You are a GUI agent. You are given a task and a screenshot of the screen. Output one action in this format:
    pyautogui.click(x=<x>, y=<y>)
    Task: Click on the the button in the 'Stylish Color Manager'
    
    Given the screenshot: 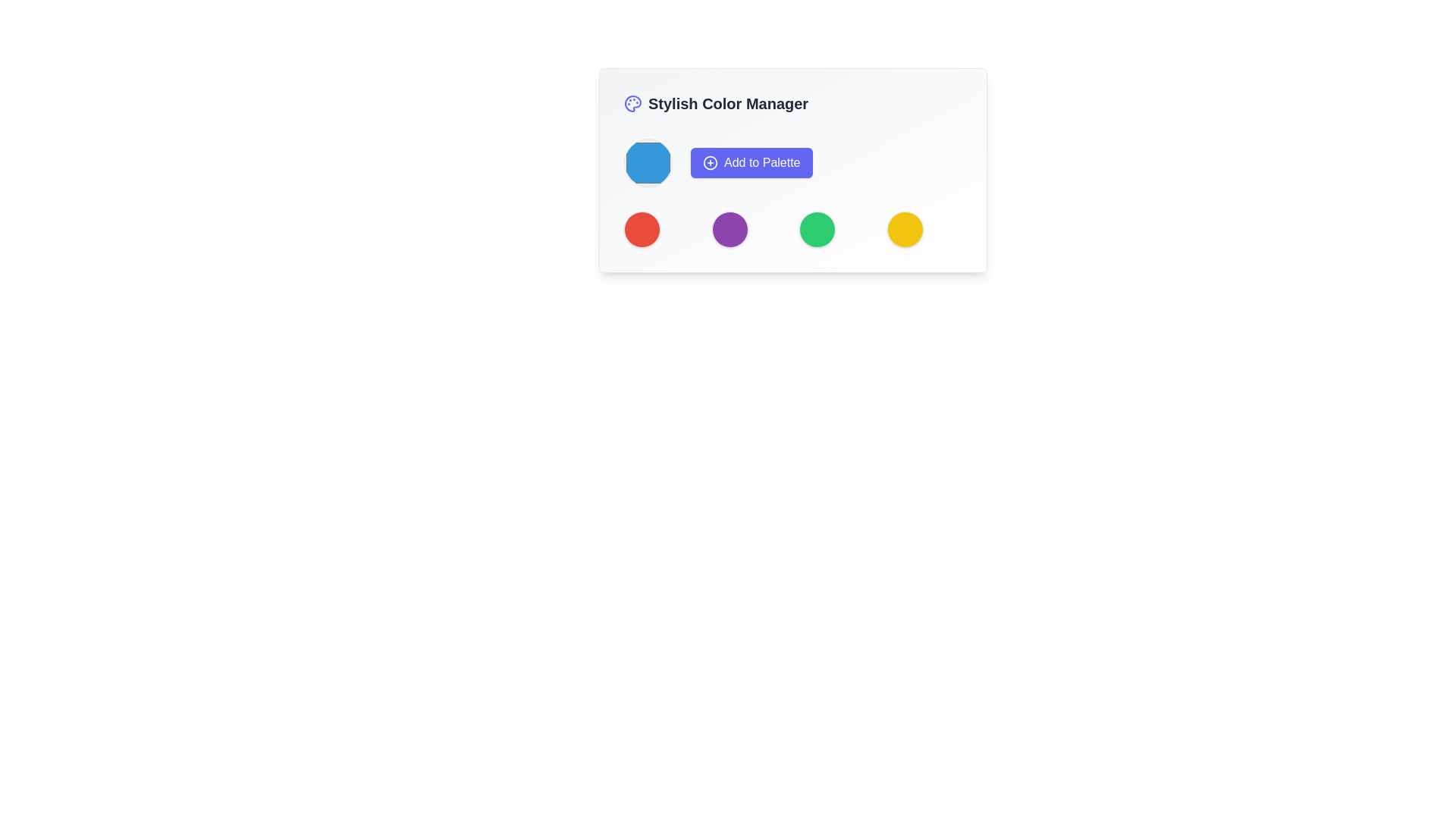 What is the action you would take?
    pyautogui.click(x=792, y=163)
    